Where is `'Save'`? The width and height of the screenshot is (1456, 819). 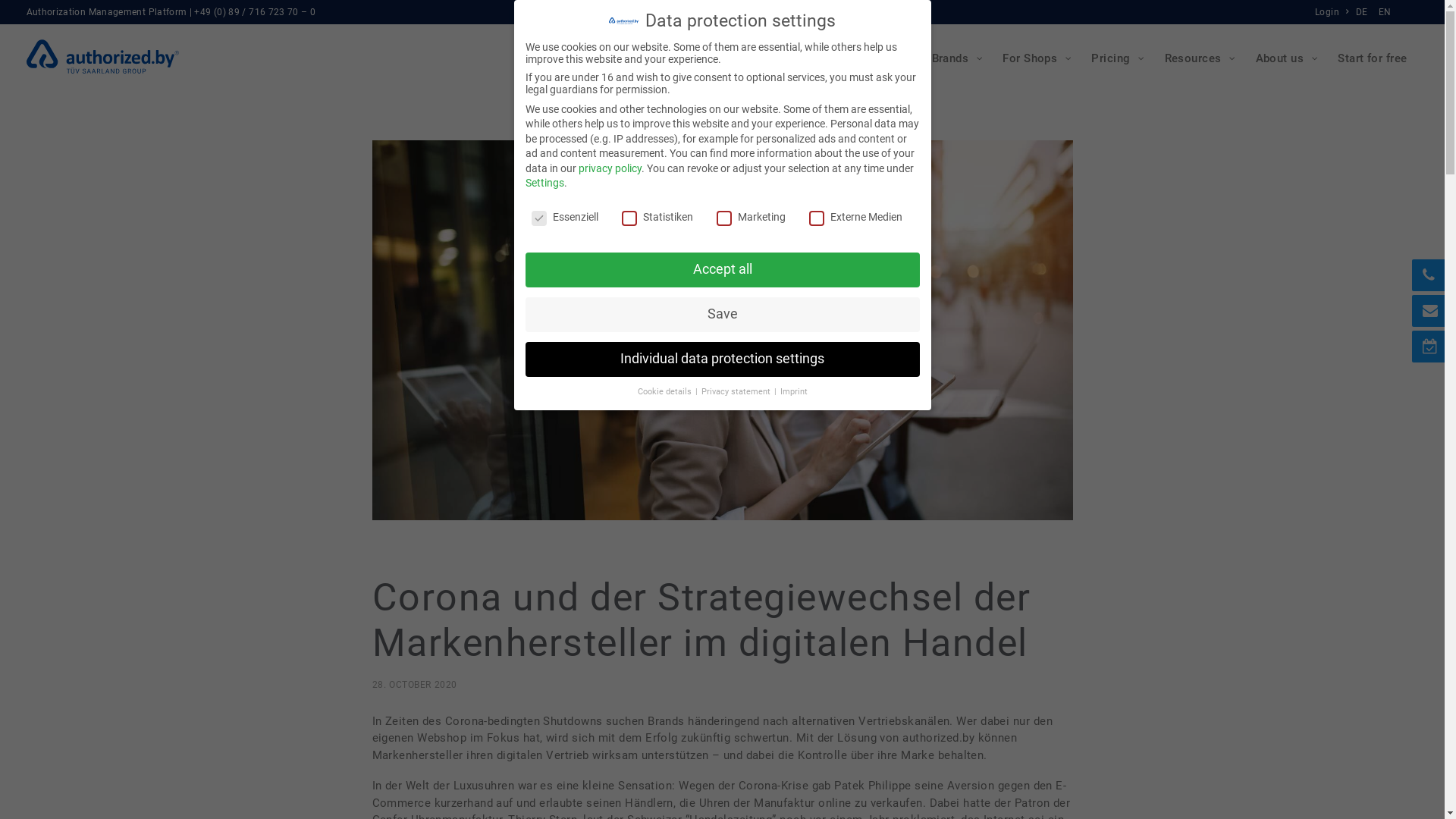 'Save' is located at coordinates (720, 314).